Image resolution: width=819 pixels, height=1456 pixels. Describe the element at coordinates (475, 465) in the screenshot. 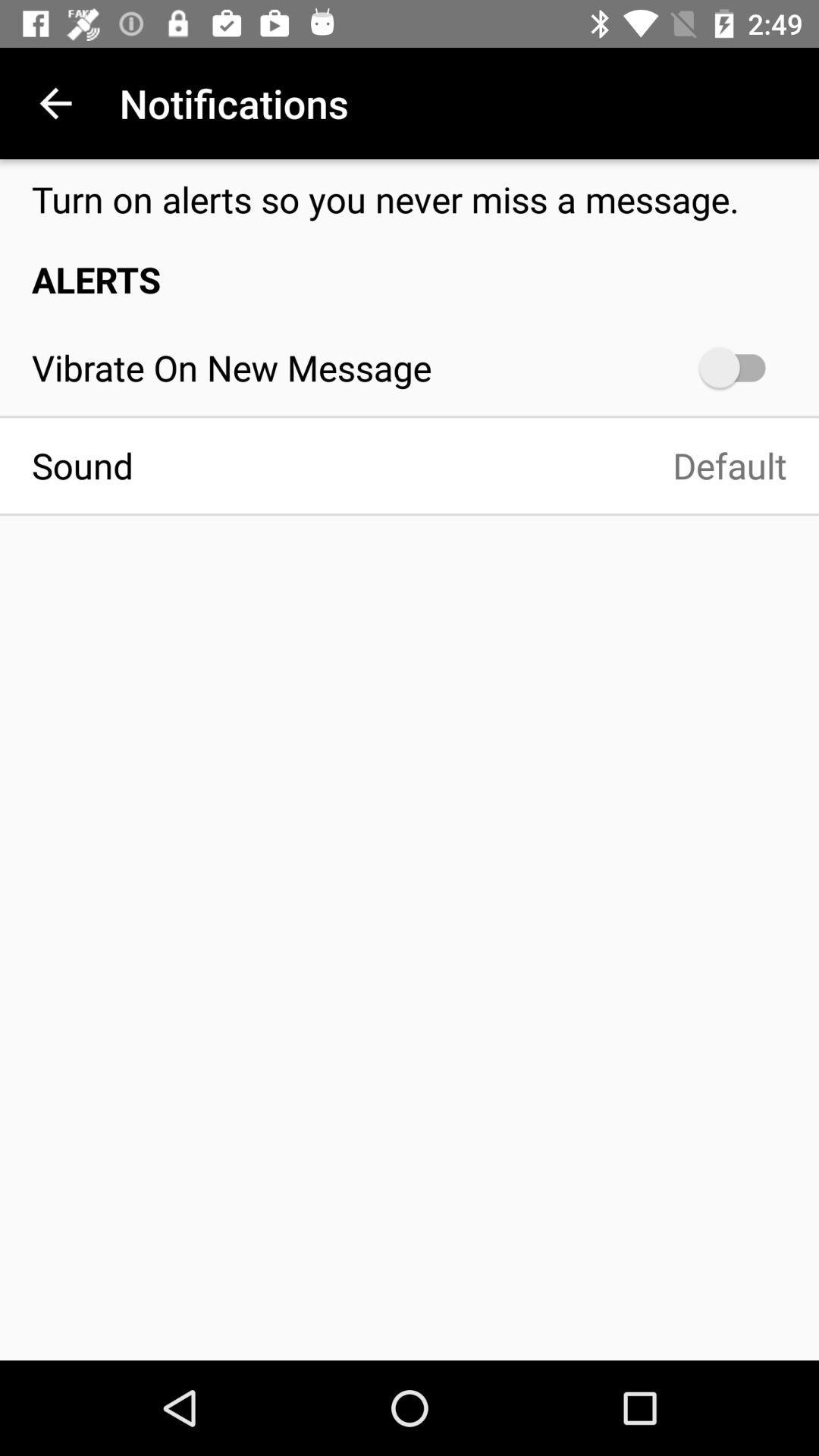

I see `icon to the right of the sound` at that location.